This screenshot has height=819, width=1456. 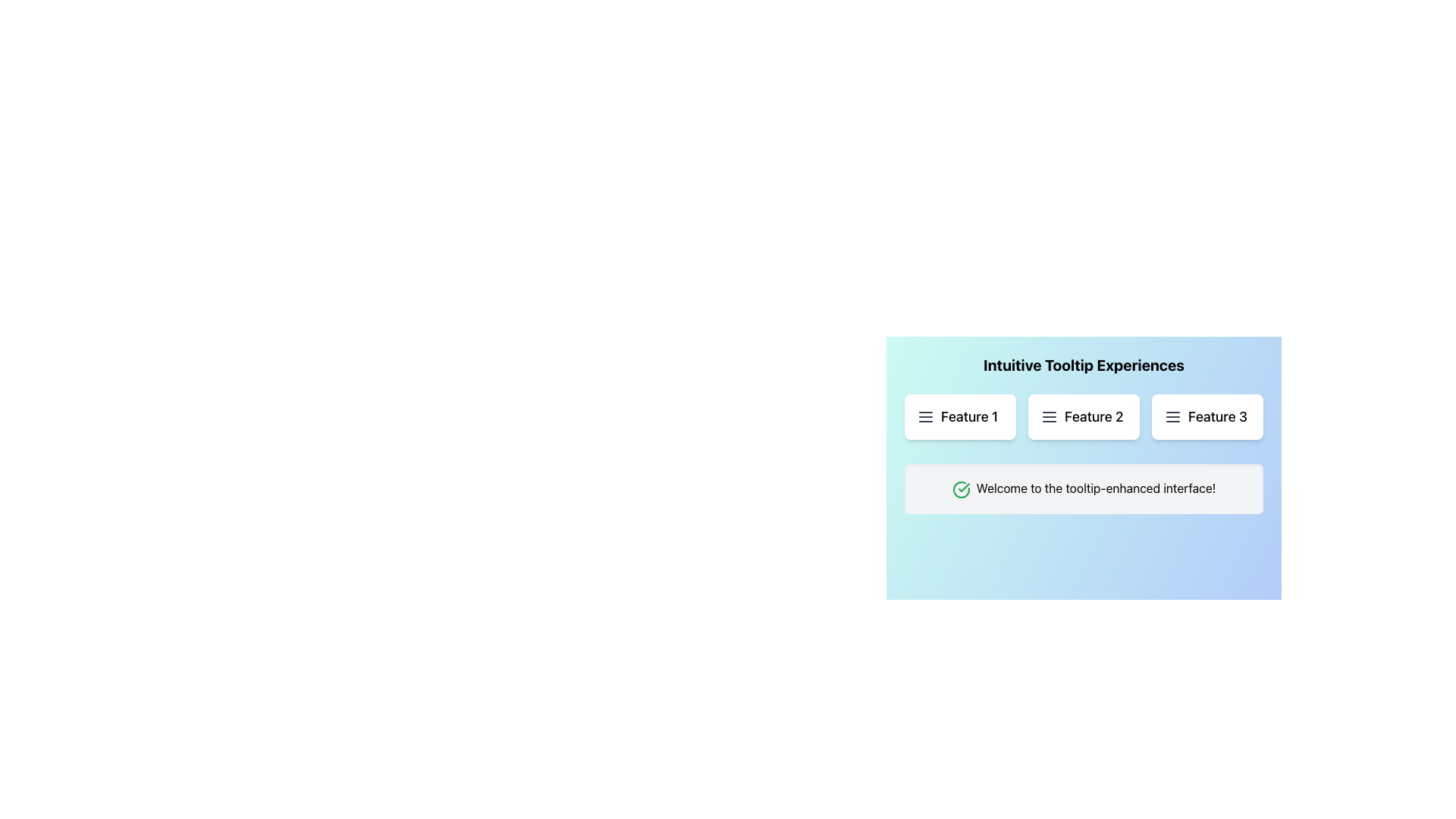 I want to click on the hamburger menu icon located within the 'Feature 3' button in the top-right corner of the section, so click(x=1172, y=417).